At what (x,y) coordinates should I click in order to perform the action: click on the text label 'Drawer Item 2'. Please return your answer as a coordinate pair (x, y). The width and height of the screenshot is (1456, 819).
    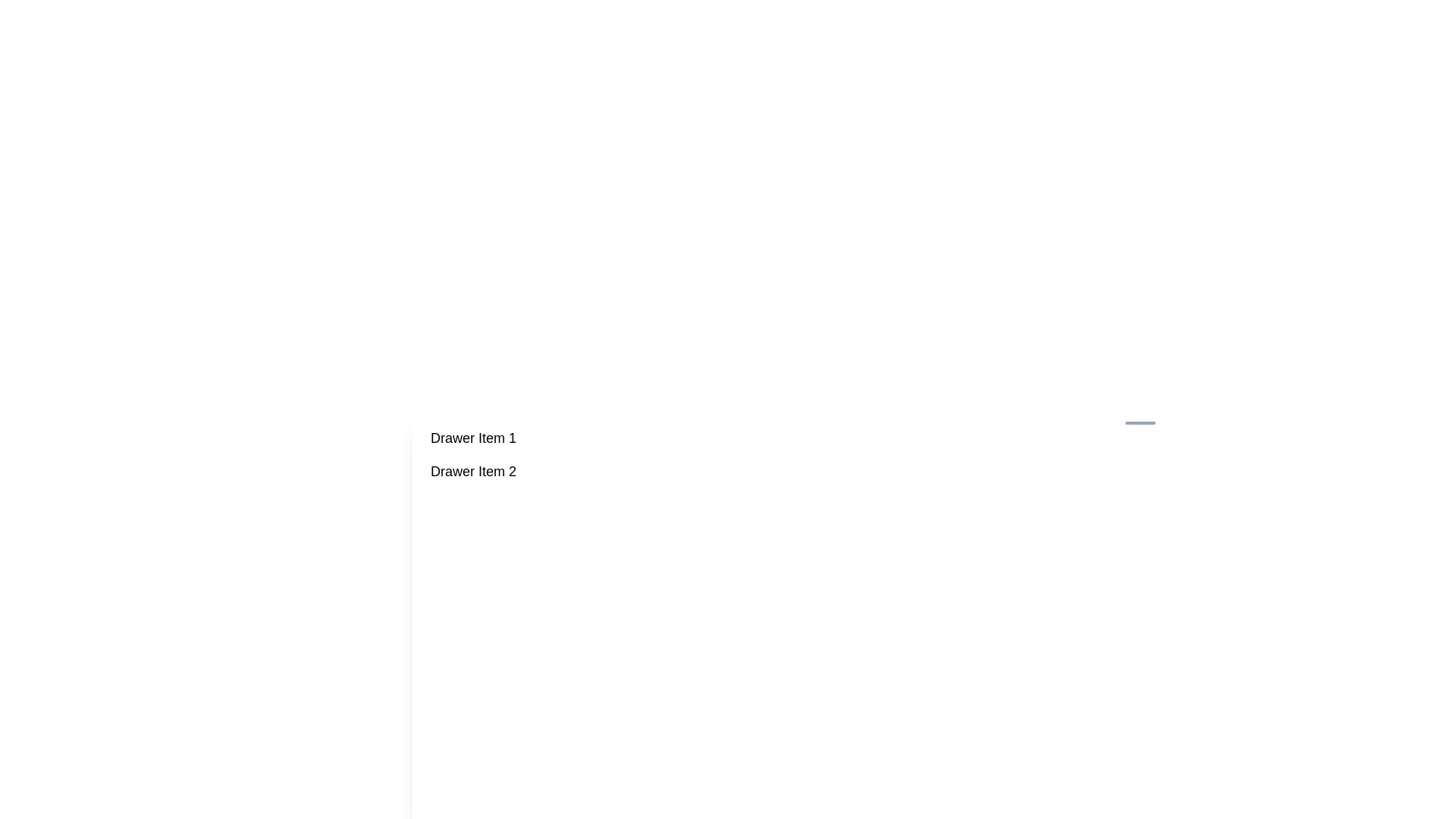
    Looking at the image, I should click on (472, 470).